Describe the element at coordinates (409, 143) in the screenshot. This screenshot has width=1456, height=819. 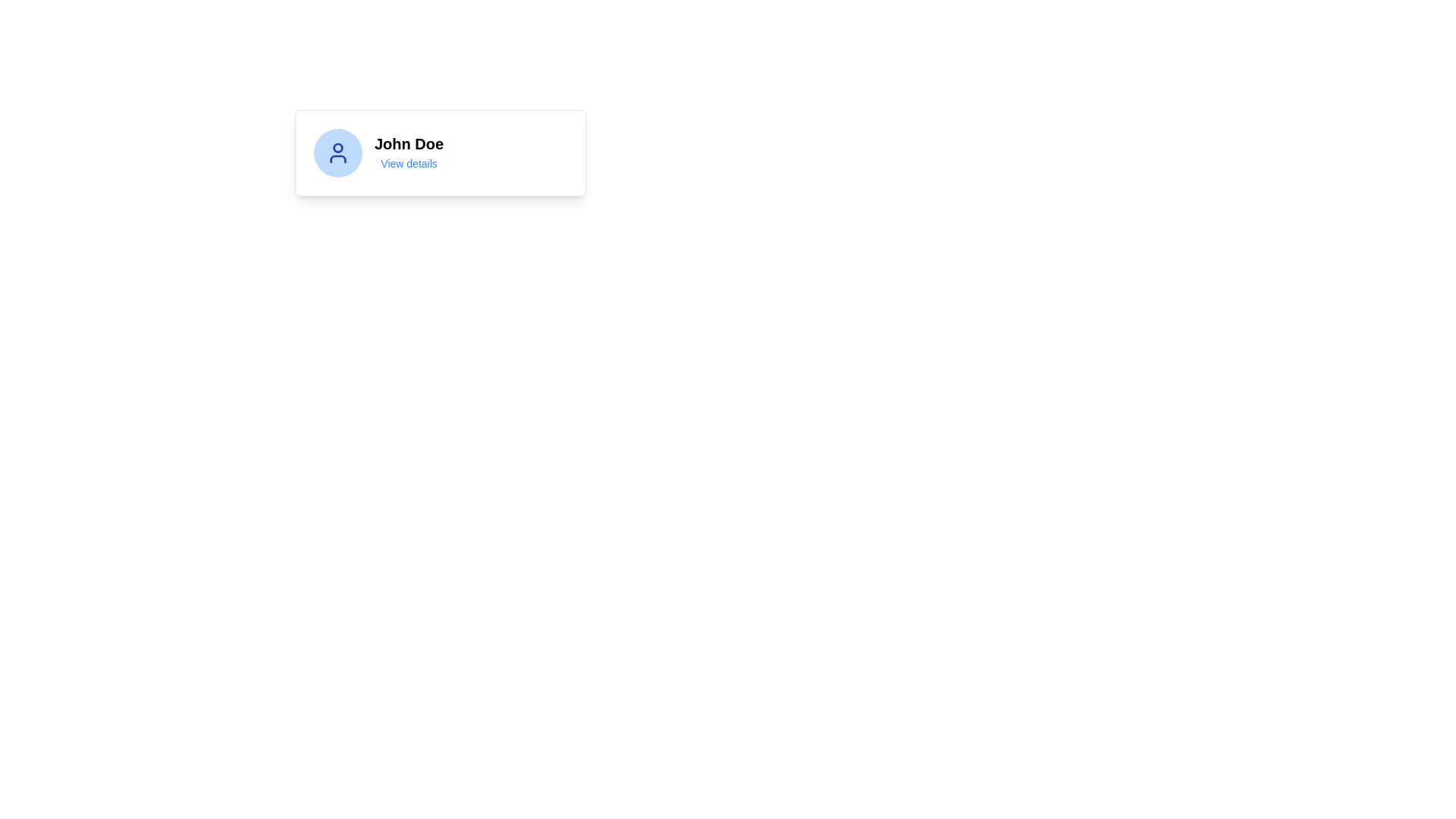
I see `the text label displaying 'John Doe', which is styled in bold, large font and located adjacent to a circular user icon` at that location.